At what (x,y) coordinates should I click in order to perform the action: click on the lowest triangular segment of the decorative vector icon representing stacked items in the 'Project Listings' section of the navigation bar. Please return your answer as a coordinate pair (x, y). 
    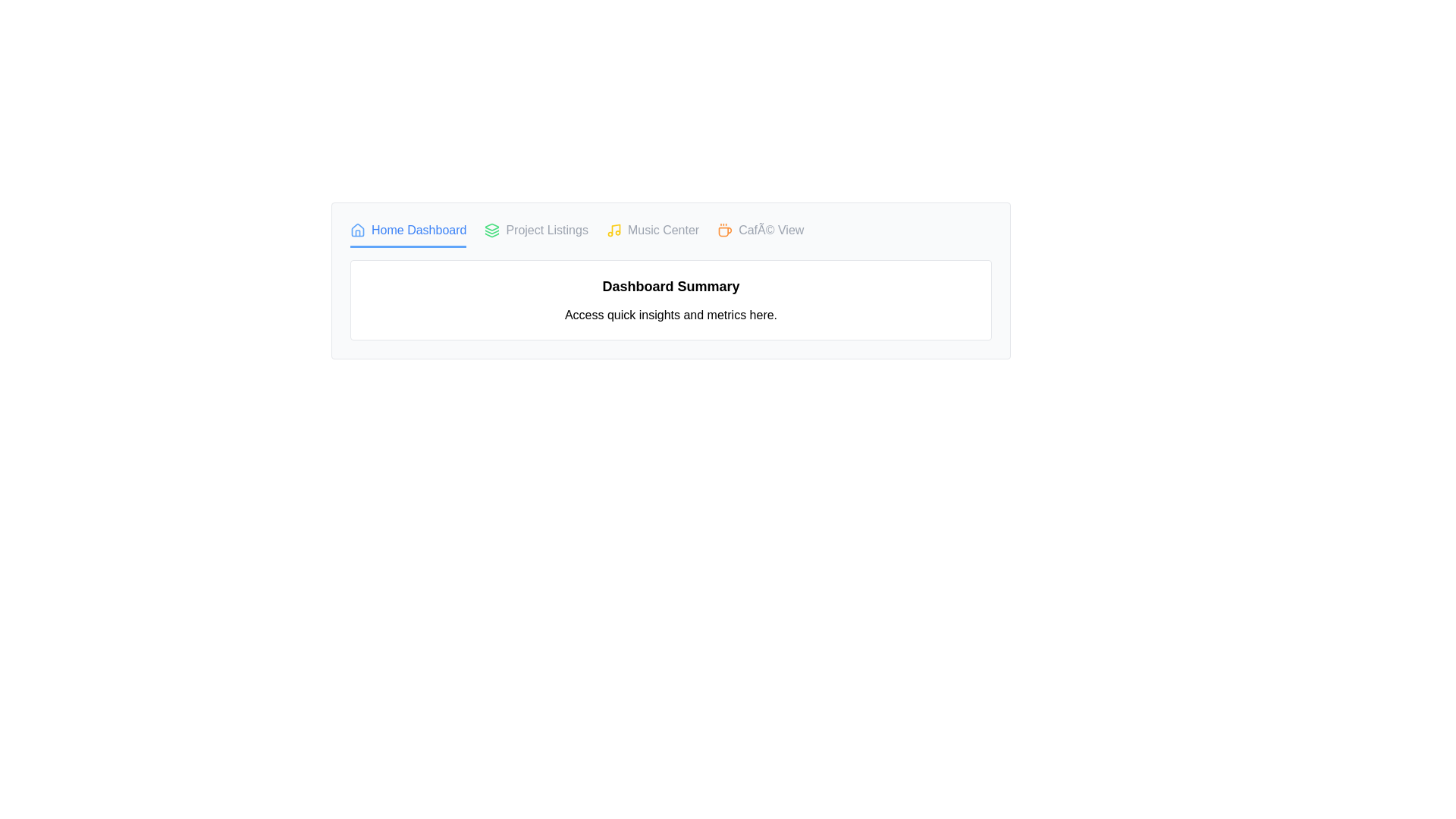
    Looking at the image, I should click on (492, 235).